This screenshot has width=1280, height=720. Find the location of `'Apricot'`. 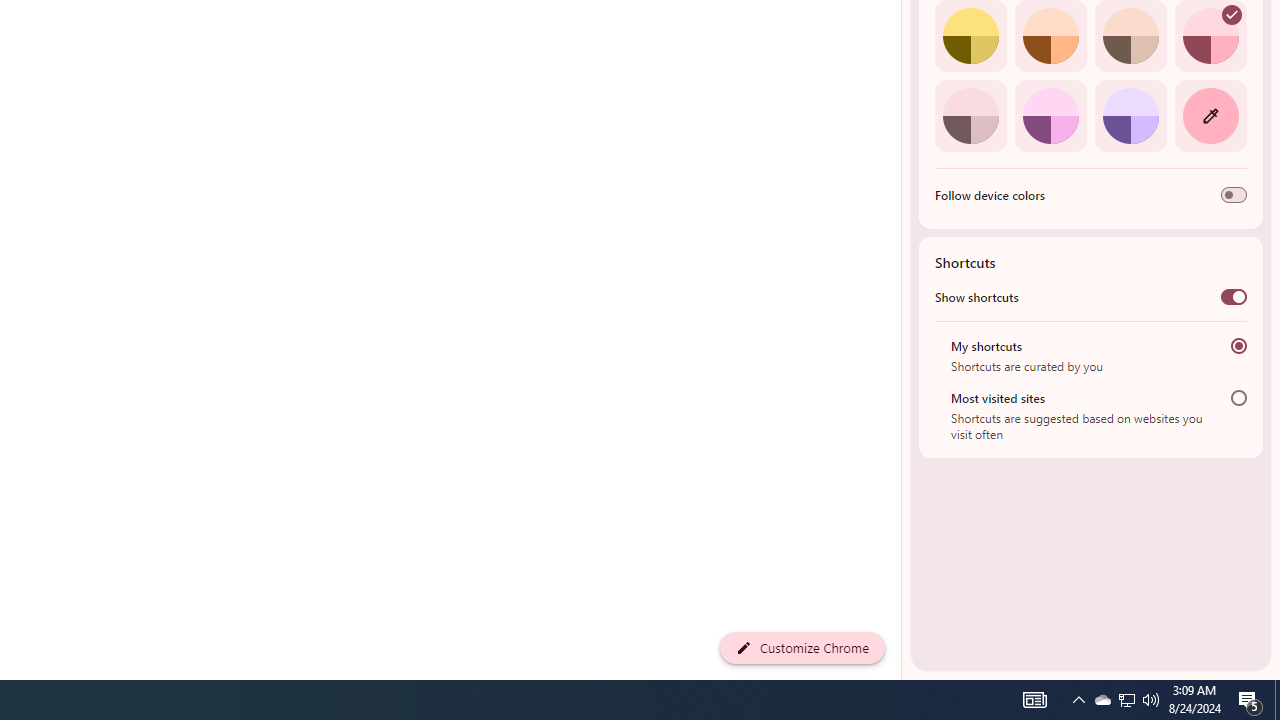

'Apricot' is located at coordinates (1130, 36).